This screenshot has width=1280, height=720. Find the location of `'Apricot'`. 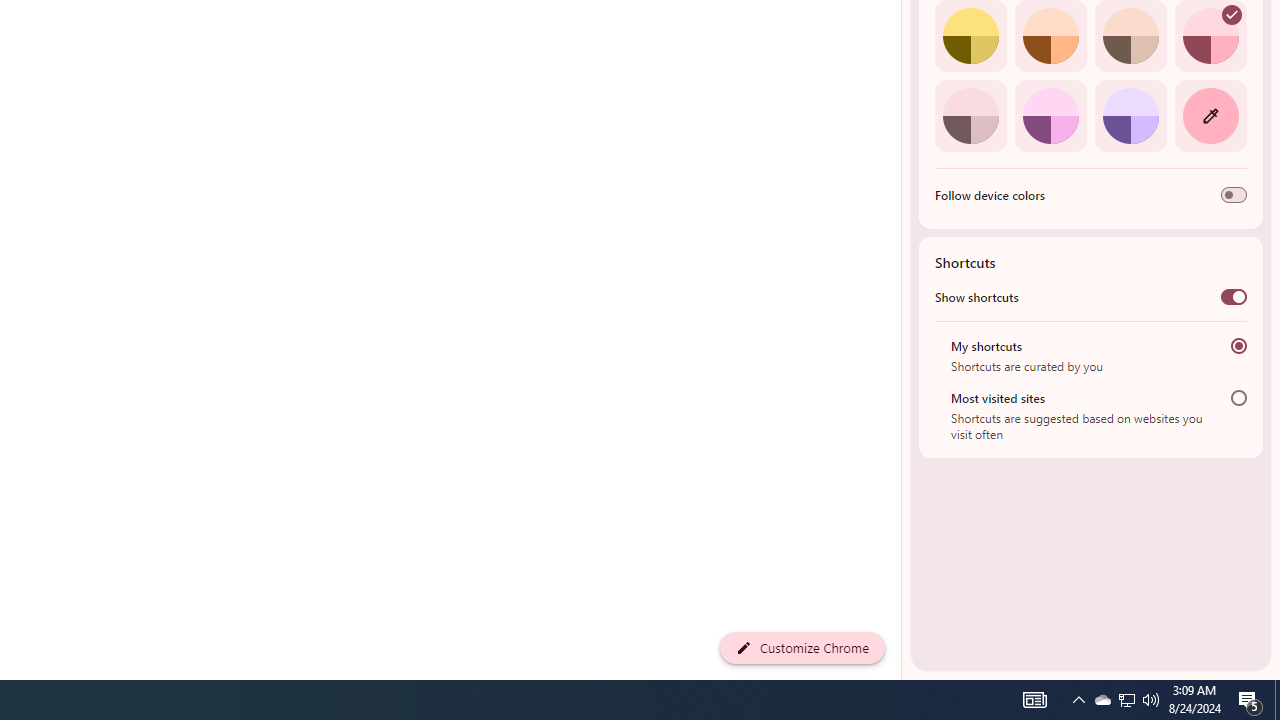

'Apricot' is located at coordinates (1130, 36).